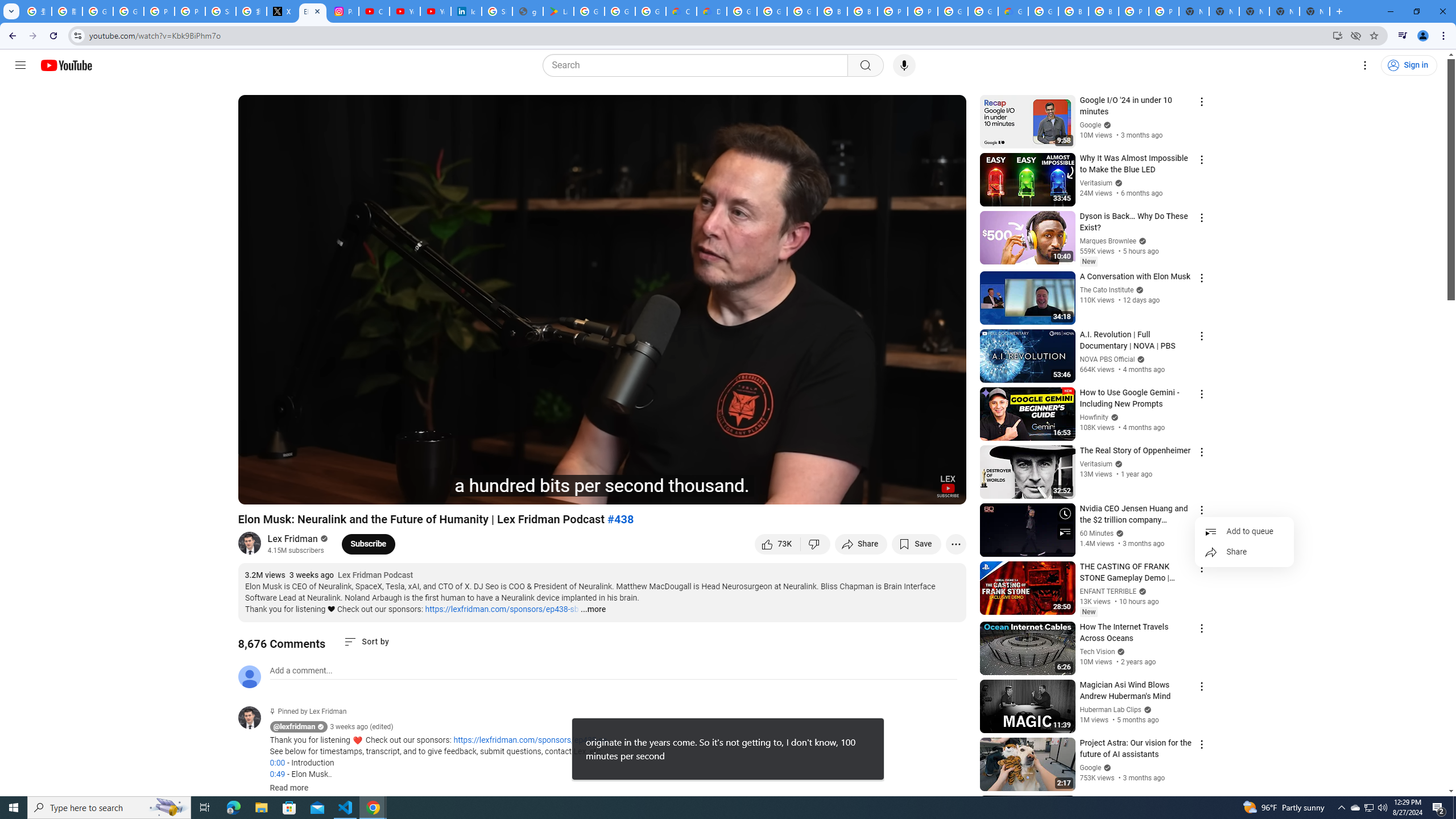  What do you see at coordinates (955, 543) in the screenshot?
I see `'More actions'` at bounding box center [955, 543].